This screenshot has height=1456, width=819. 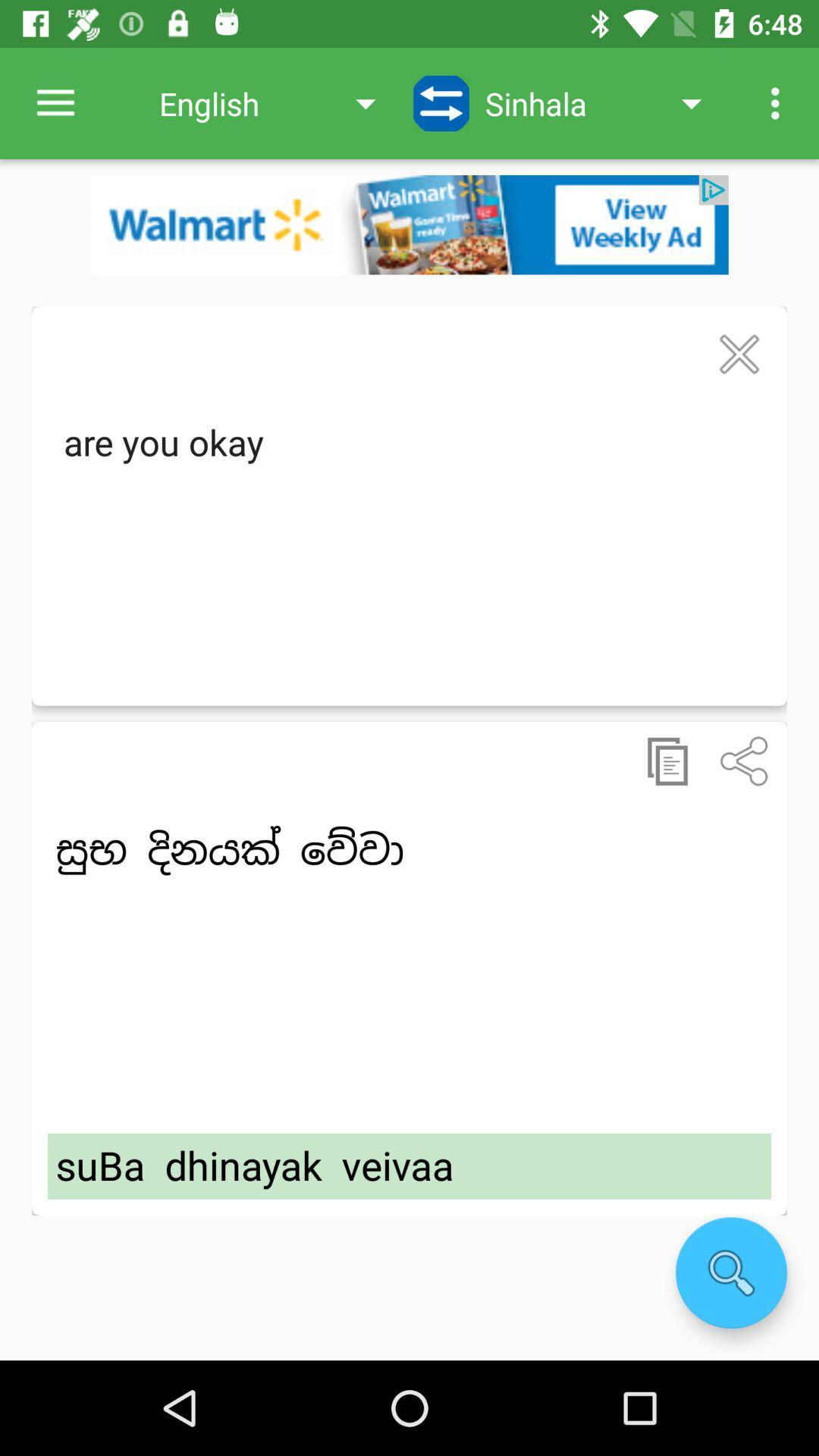 I want to click on switch language, so click(x=441, y=102).